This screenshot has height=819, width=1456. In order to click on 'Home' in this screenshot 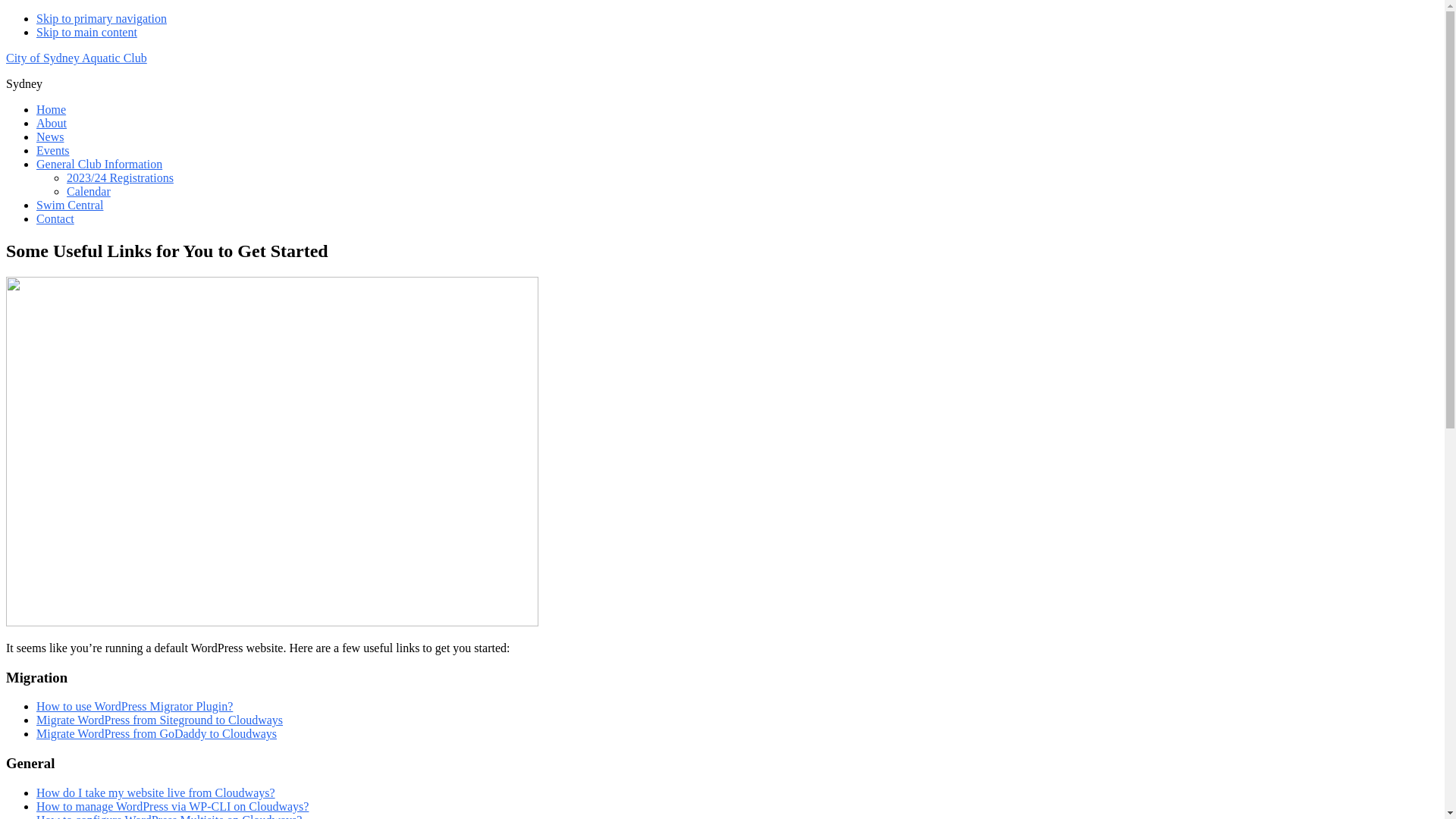, I will do `click(51, 108)`.